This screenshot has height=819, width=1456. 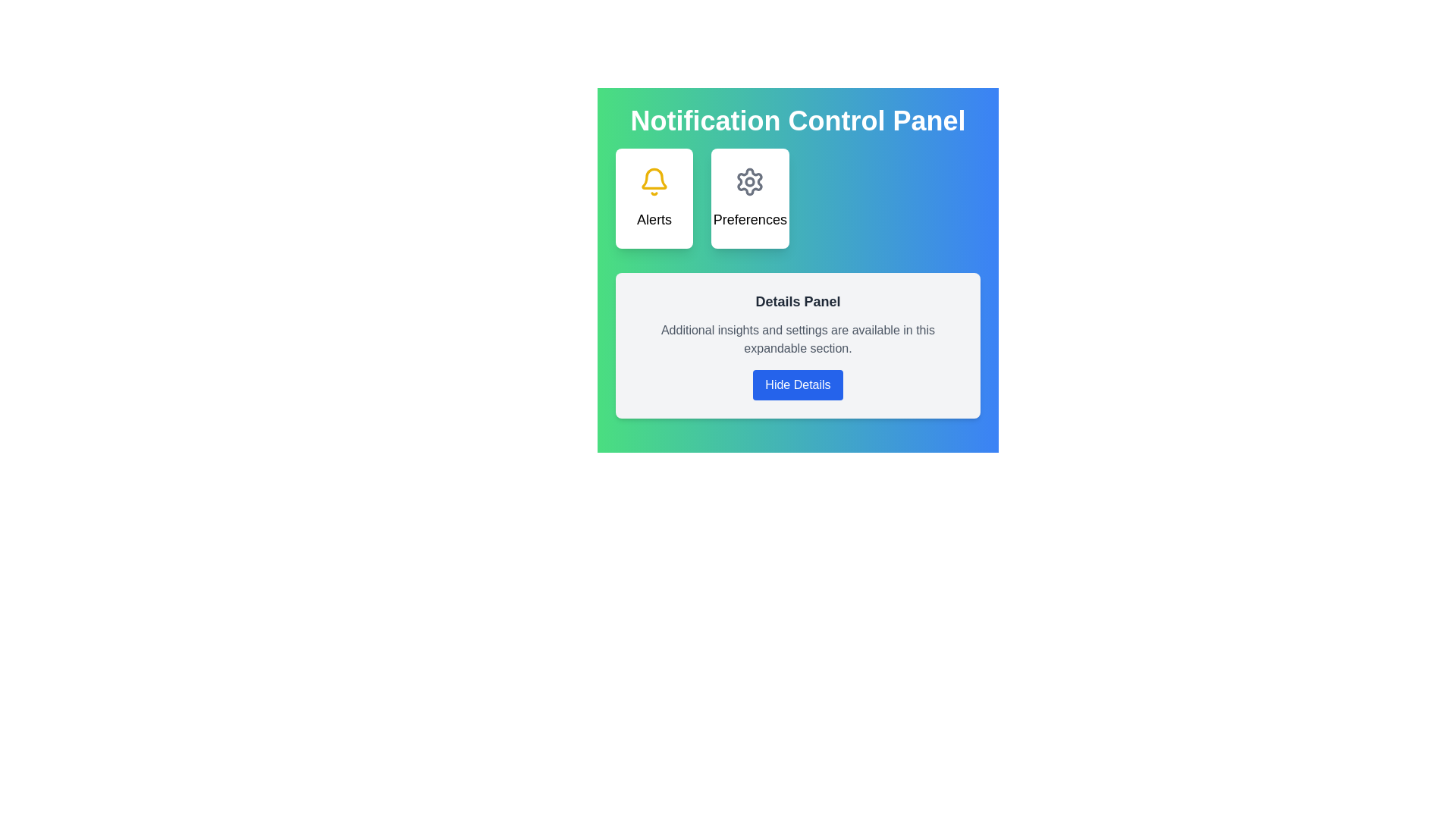 I want to click on the 'Hide Details' button, which is a blue rectangular button with rounded corners located at the bottom of the 'Details Panel' section, so click(x=797, y=384).